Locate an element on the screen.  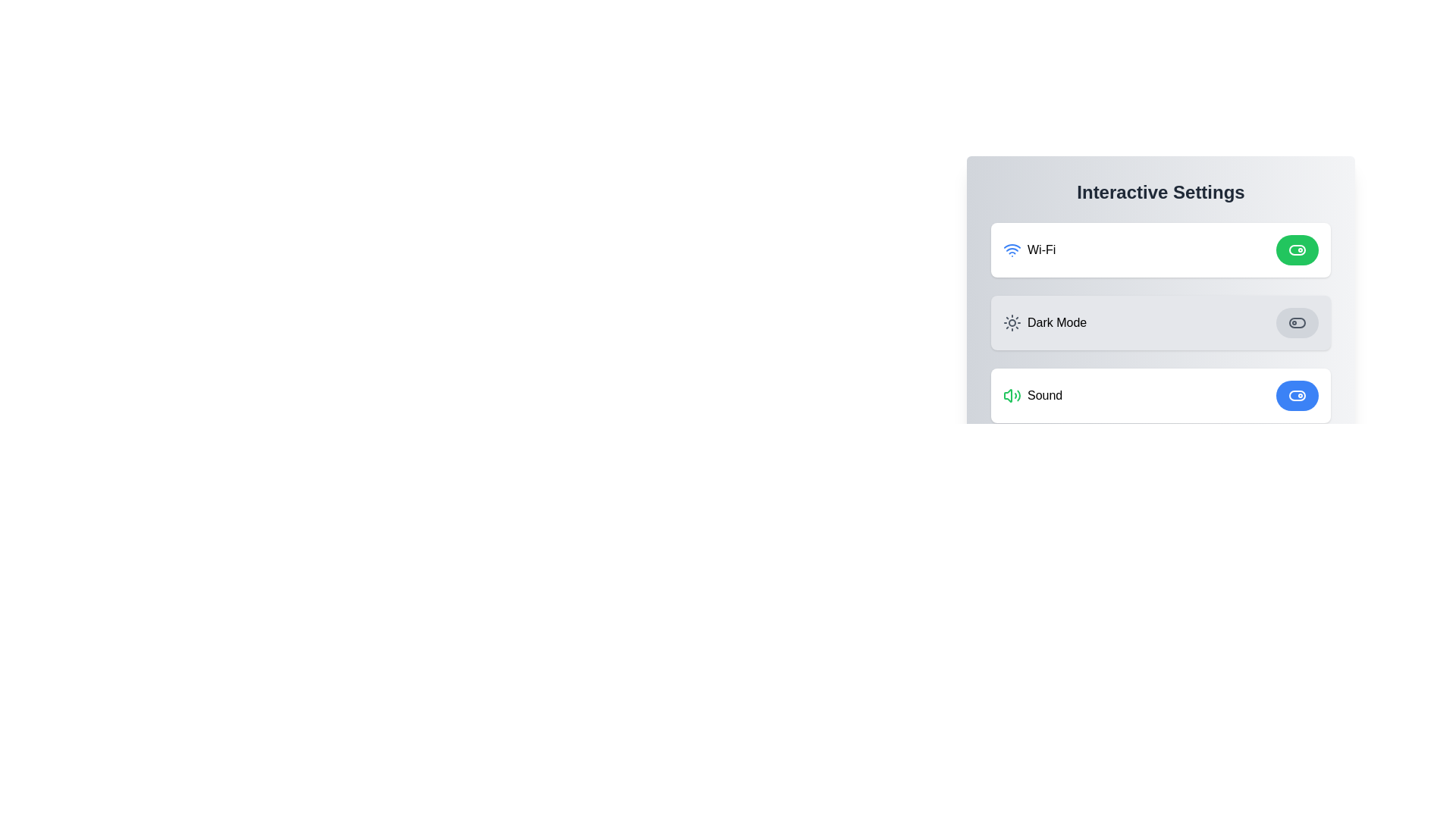
the Background/Track element of the toggle switch for the 'Dark Mode' setting, which is a rounded rectangle with a light gray background located in the second row of the setting options is located at coordinates (1296, 322).